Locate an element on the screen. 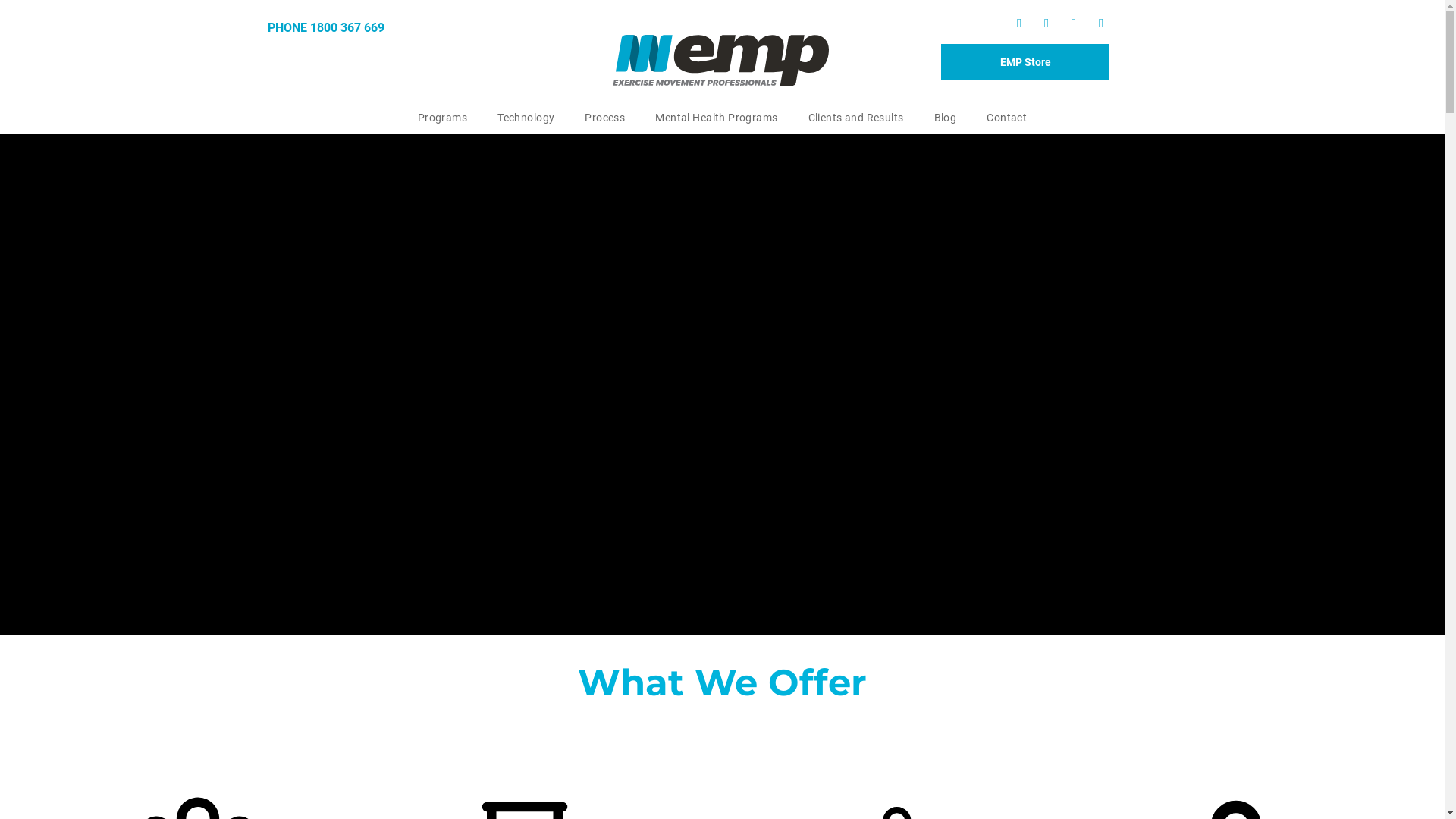 The width and height of the screenshot is (1456, 819). 'Process' is located at coordinates (604, 117).